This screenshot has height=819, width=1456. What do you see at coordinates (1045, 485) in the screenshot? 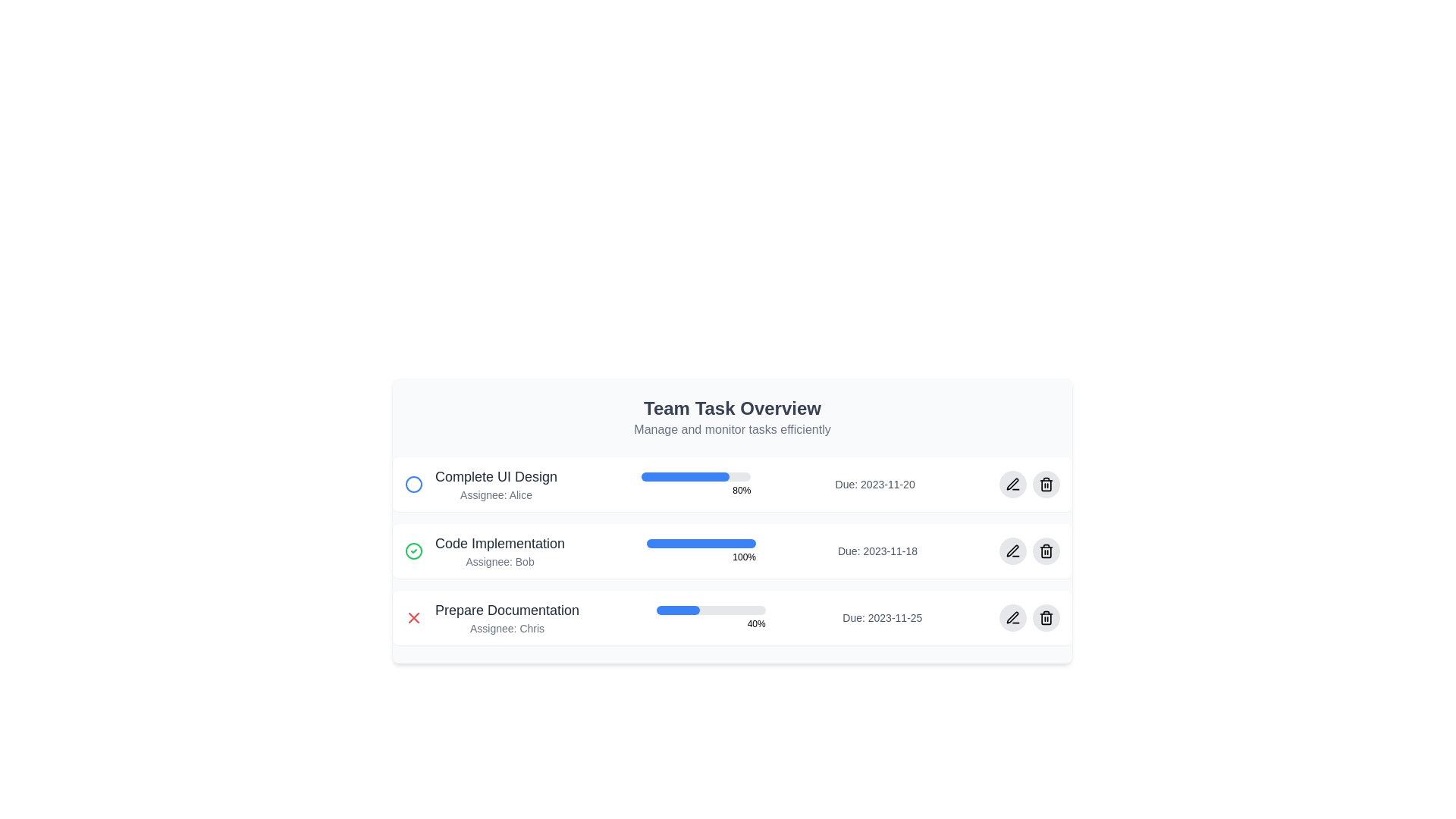
I see `the circular button with a light gray background and a black outline trash can icon, which is the second and rightmost button in the action icons alignment` at bounding box center [1045, 485].